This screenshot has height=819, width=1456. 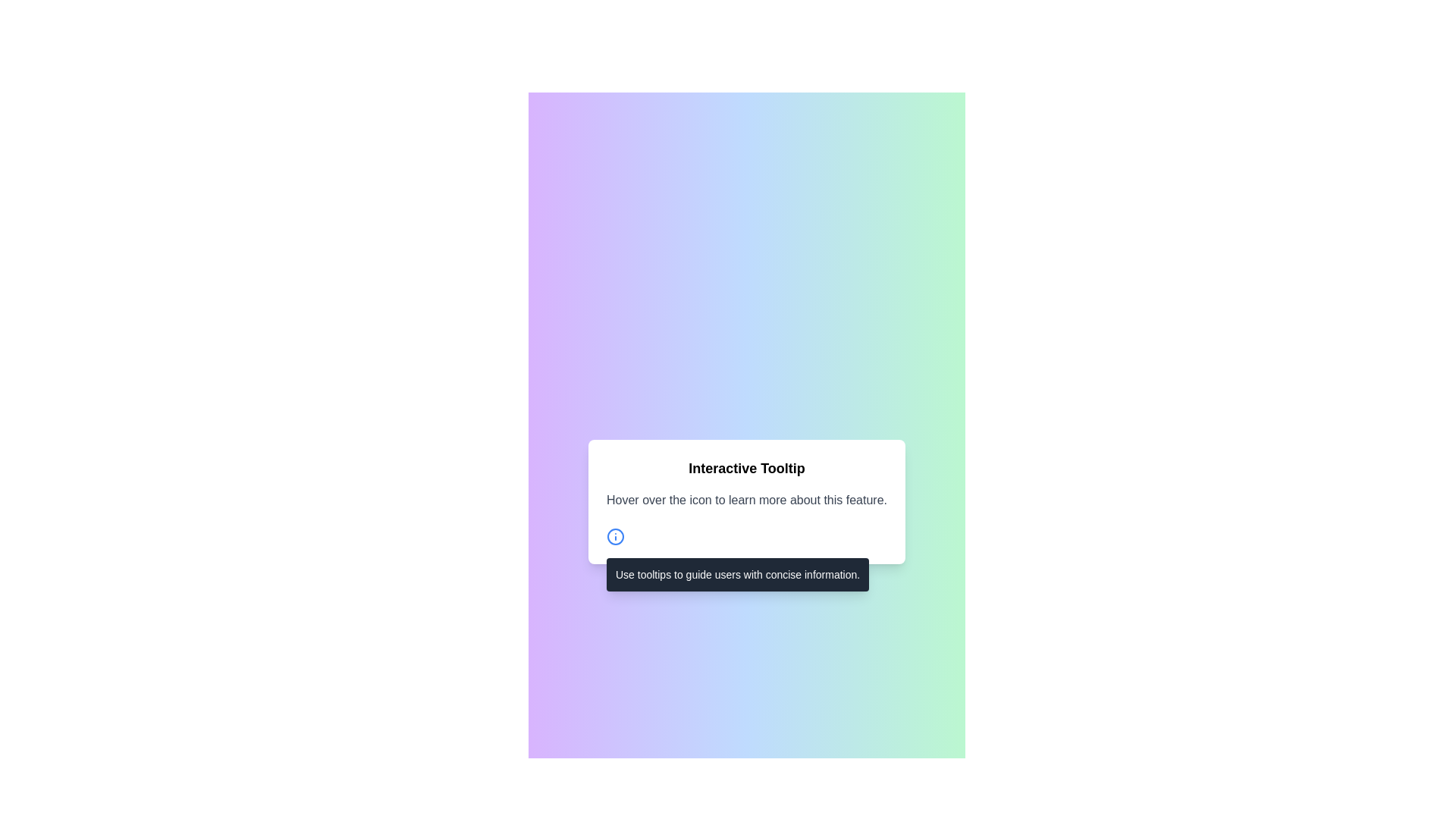 What do you see at coordinates (738, 575) in the screenshot?
I see `the dark grey tooltip with rounded corners containing the text 'Use tooltips to guide users with concise information.' positioned below the information icon` at bounding box center [738, 575].